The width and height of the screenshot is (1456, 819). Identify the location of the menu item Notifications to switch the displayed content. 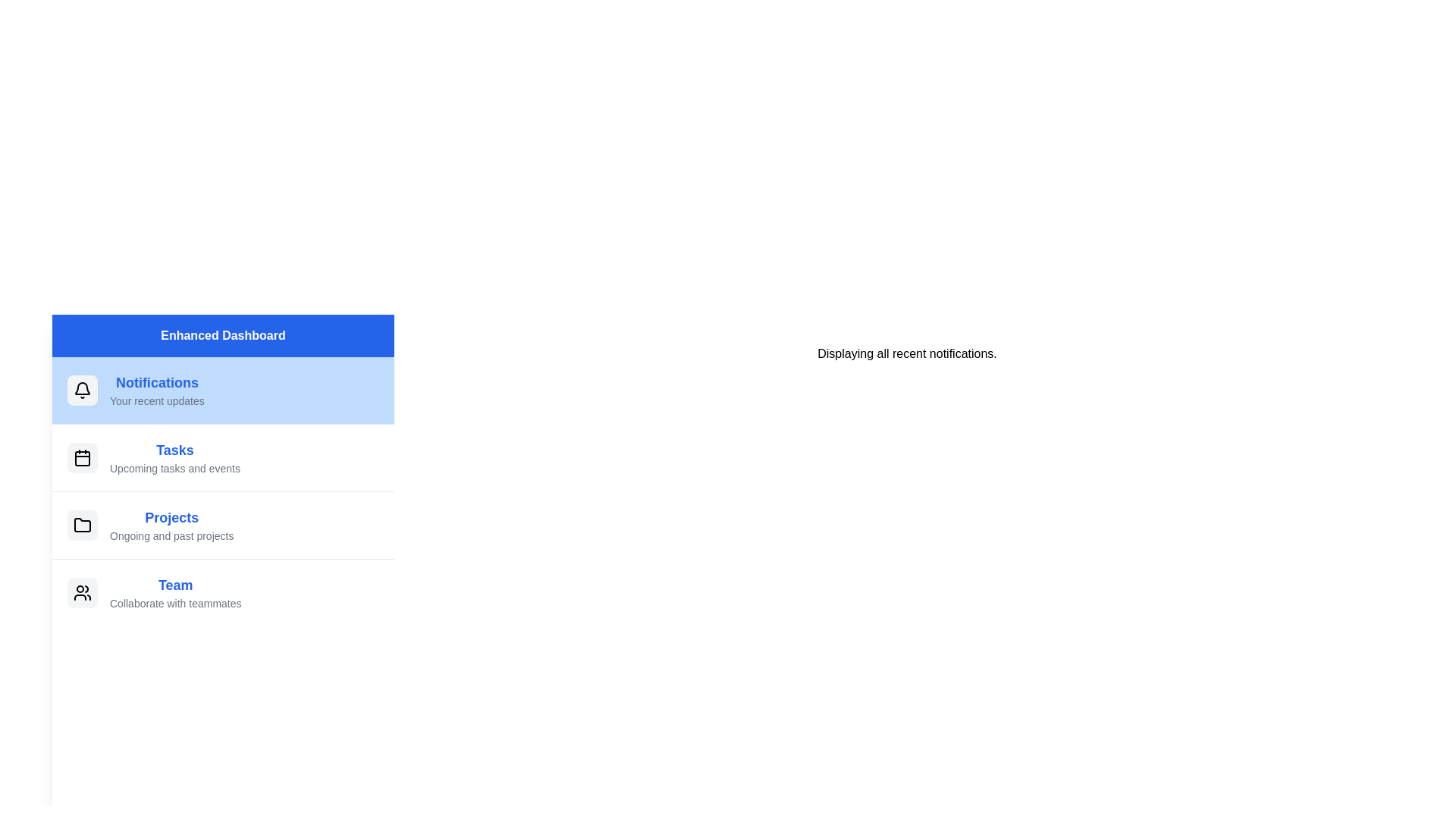
(222, 390).